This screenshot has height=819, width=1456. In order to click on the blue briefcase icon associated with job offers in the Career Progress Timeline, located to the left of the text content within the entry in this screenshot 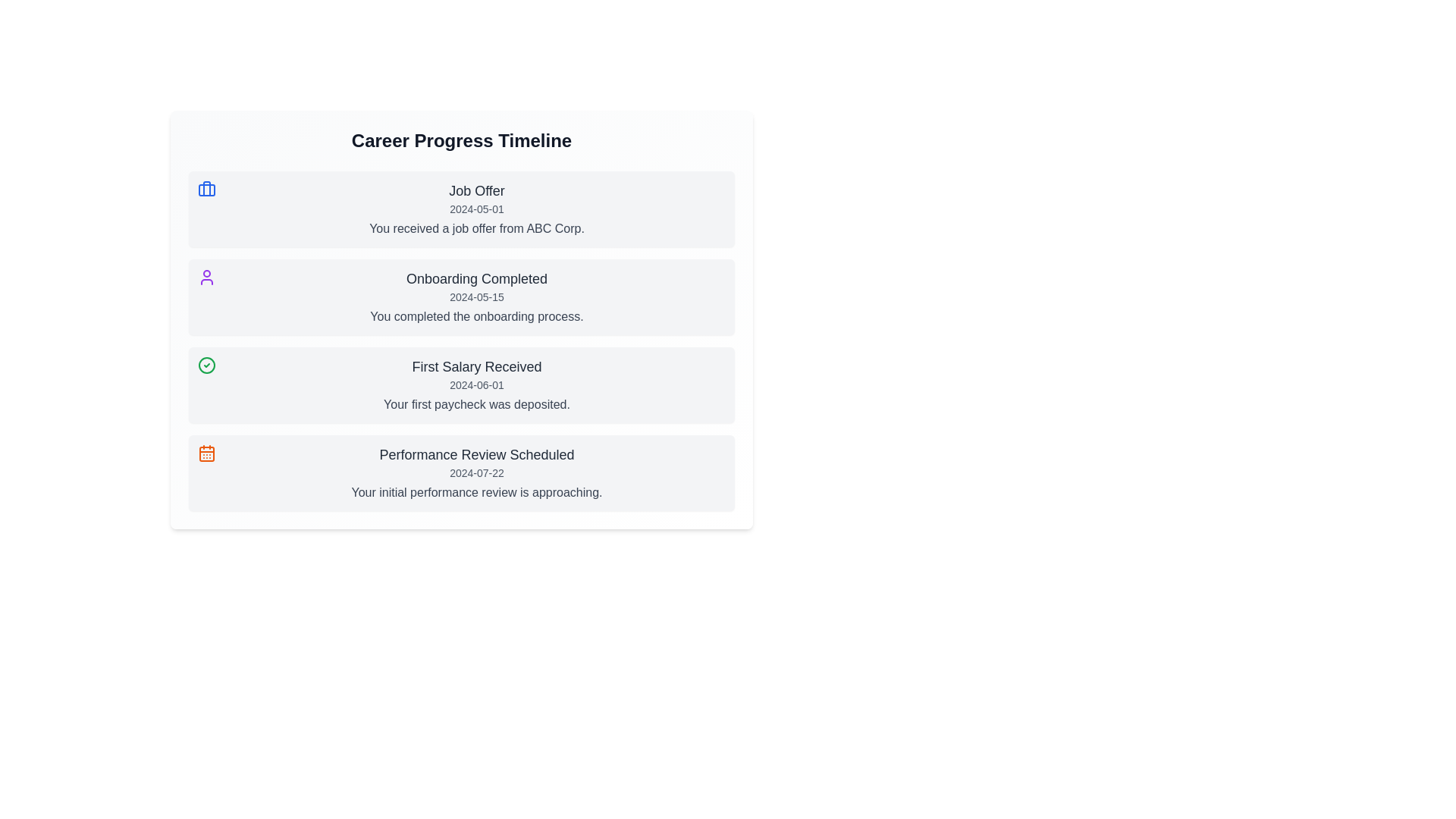, I will do `click(206, 189)`.